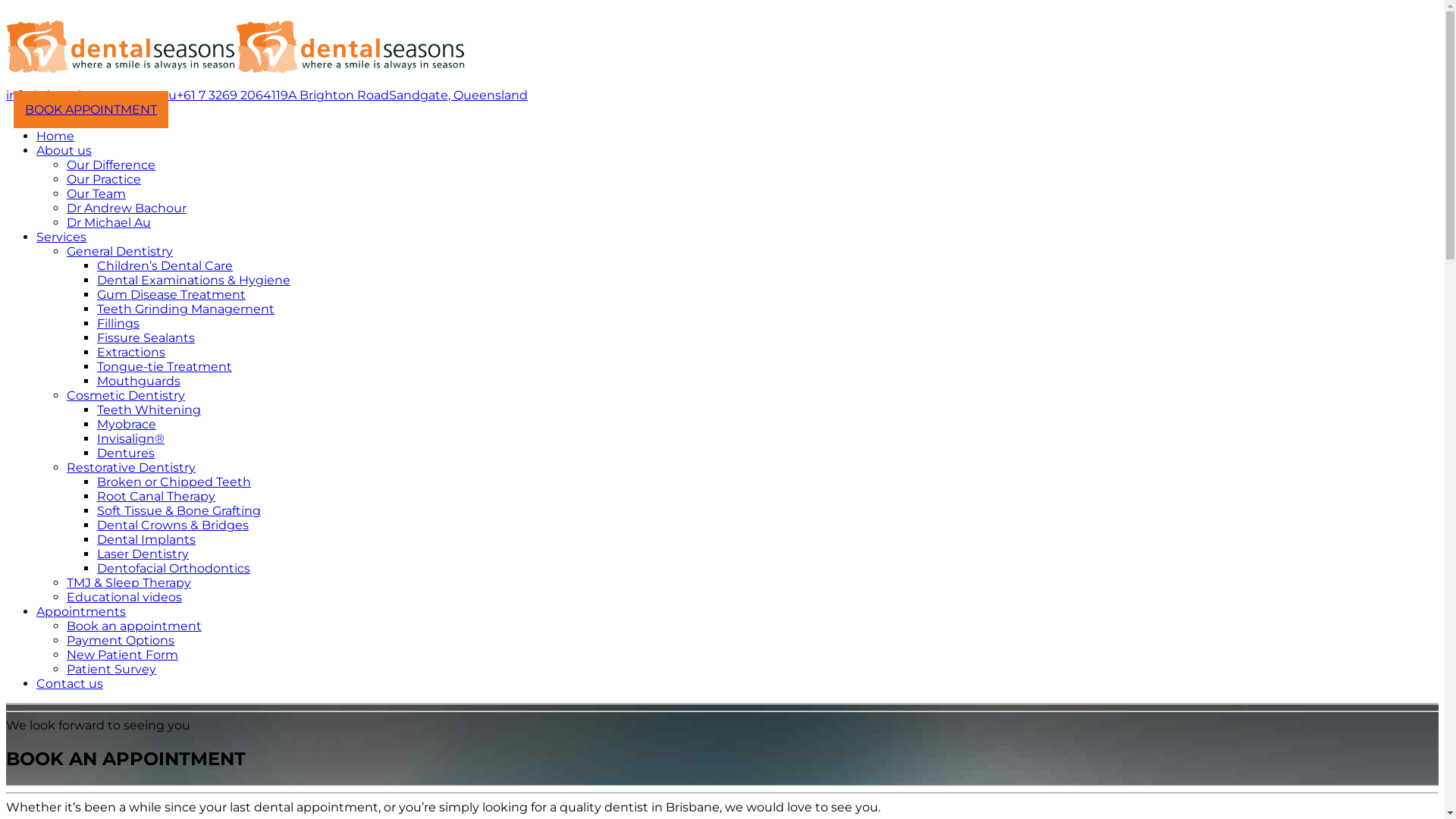 This screenshot has height=819, width=1456. Describe the element at coordinates (80, 610) in the screenshot. I see `'Appointments'` at that location.